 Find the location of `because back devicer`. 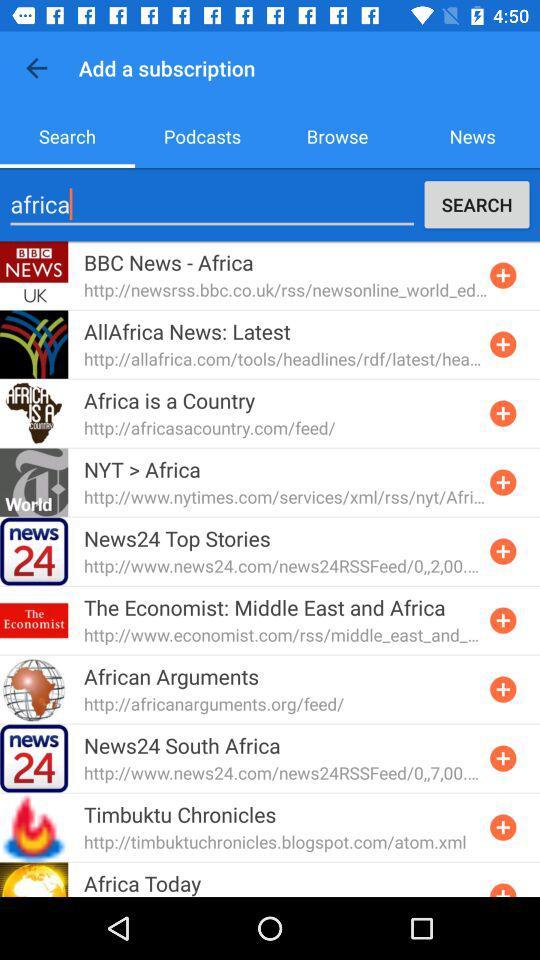

because back devicer is located at coordinates (502, 274).